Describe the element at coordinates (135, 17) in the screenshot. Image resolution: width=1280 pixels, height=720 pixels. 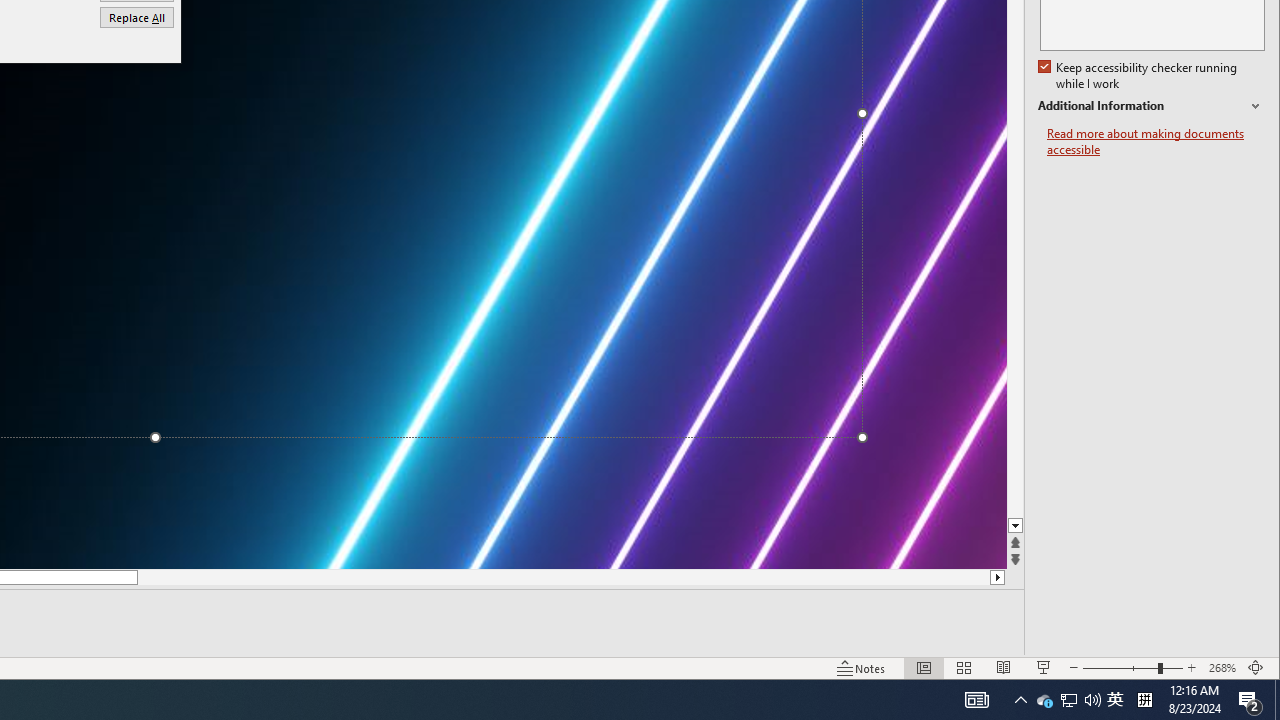
I see `'Replace All'` at that location.